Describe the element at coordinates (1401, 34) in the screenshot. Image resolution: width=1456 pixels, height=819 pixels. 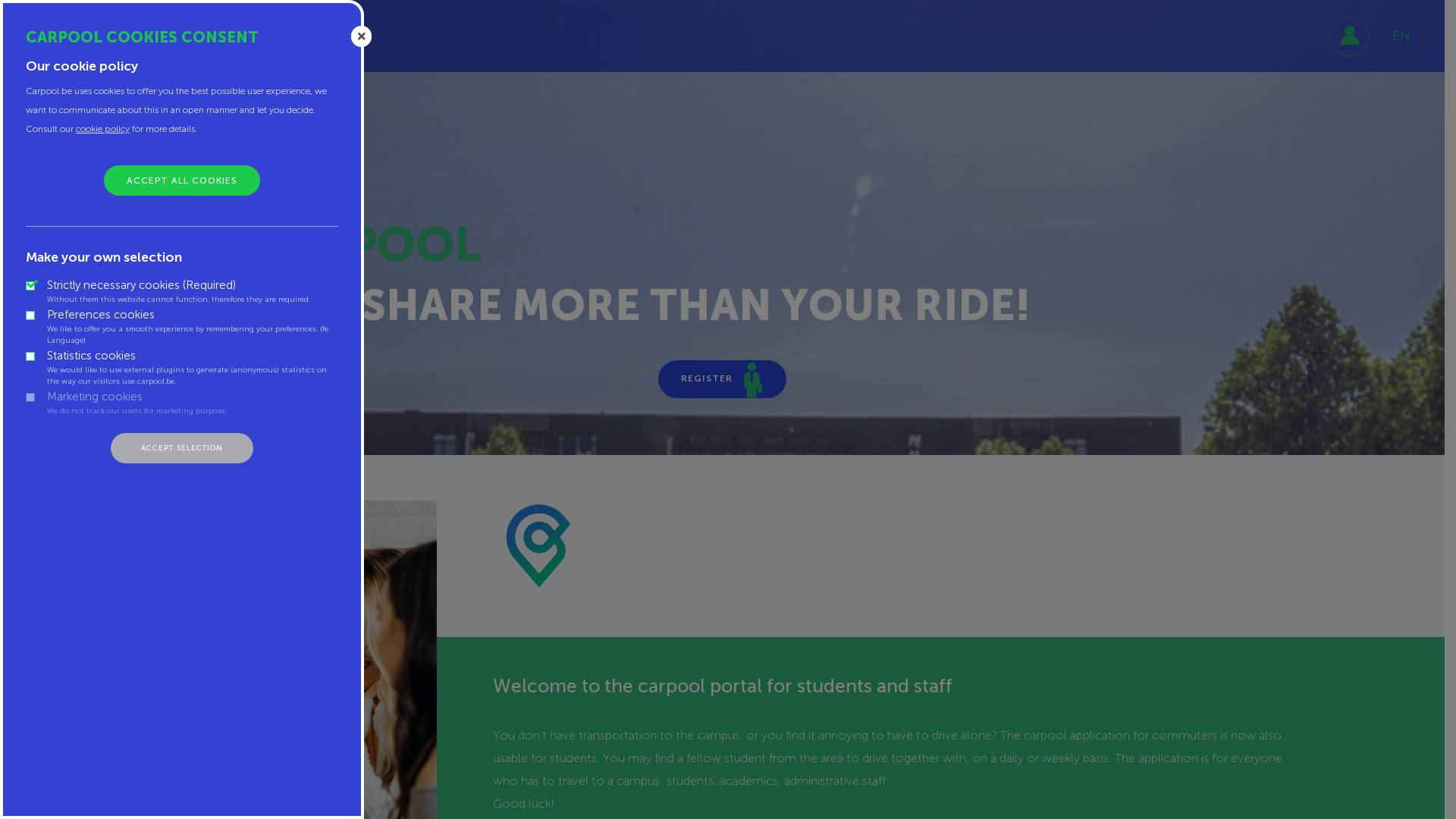
I see `'EN'` at that location.